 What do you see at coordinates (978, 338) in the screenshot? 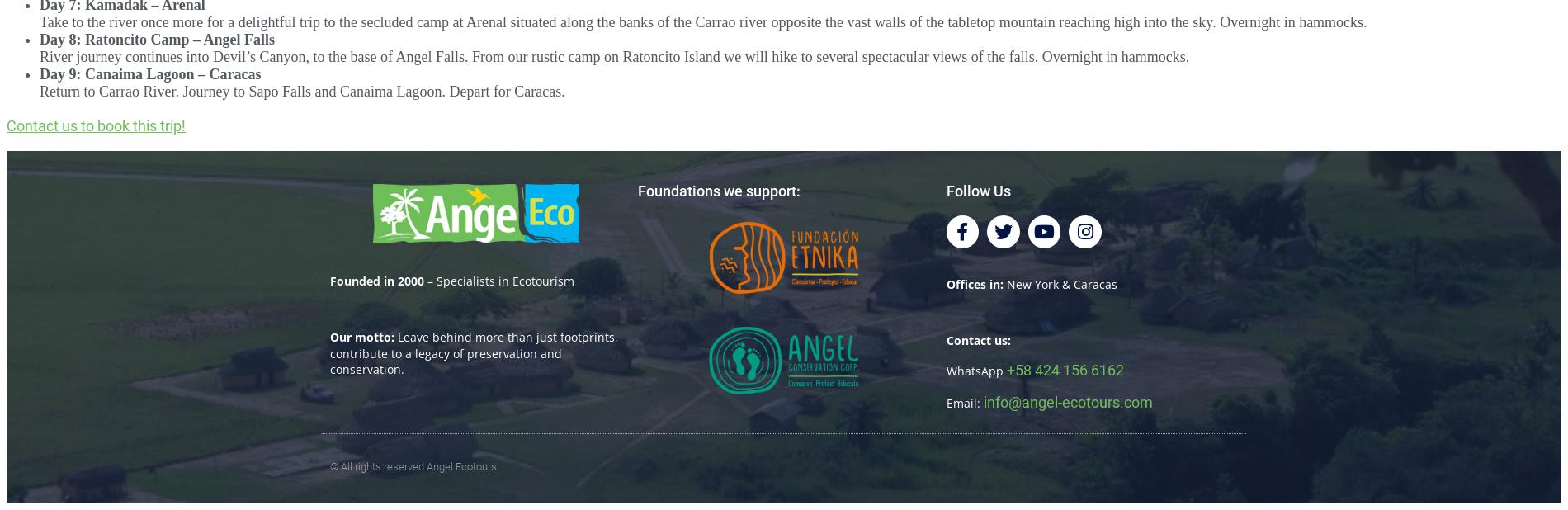
I see `'Contact us:'` at bounding box center [978, 338].